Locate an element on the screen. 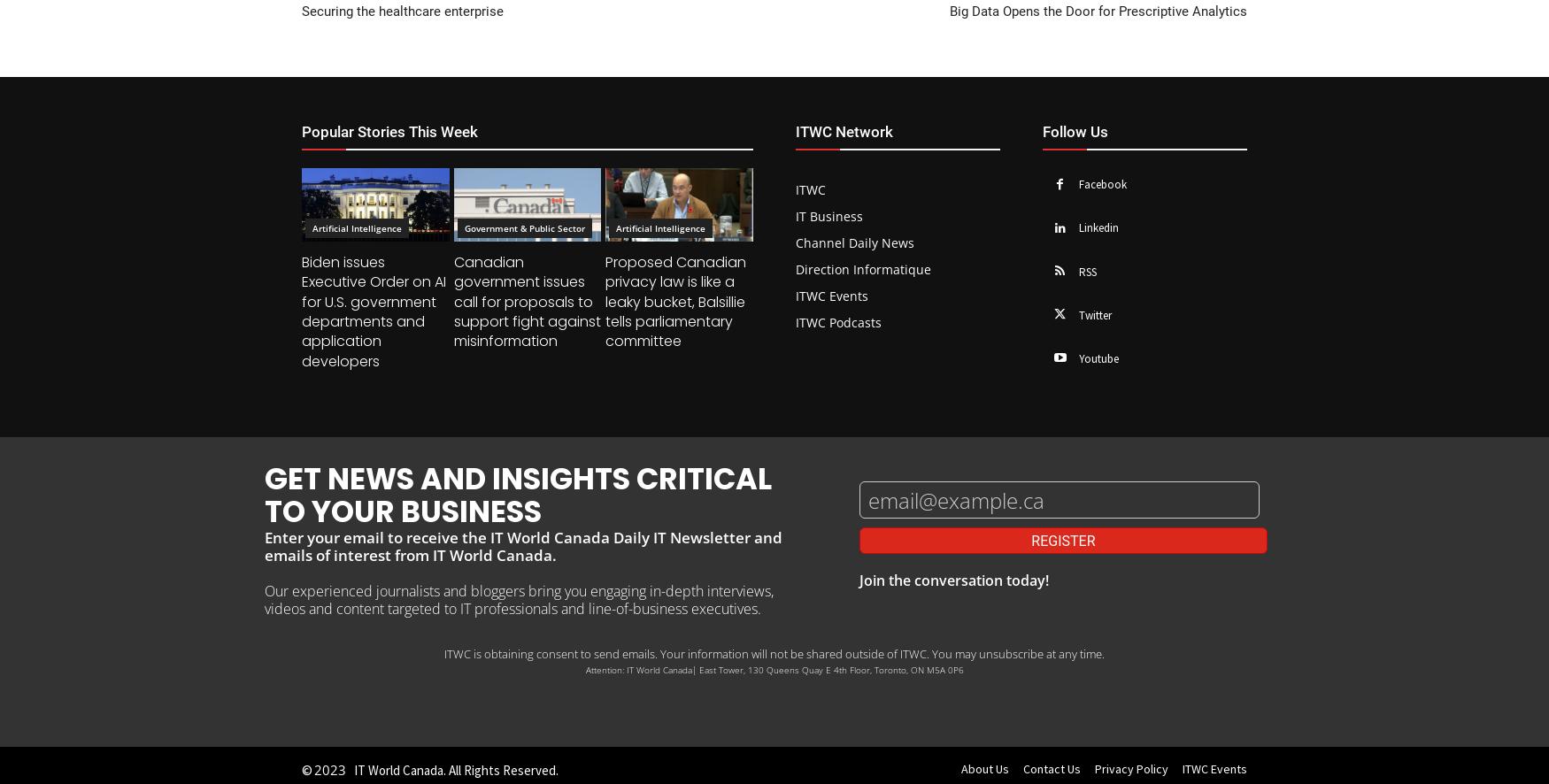  'Follow Us' is located at coordinates (1041, 129).